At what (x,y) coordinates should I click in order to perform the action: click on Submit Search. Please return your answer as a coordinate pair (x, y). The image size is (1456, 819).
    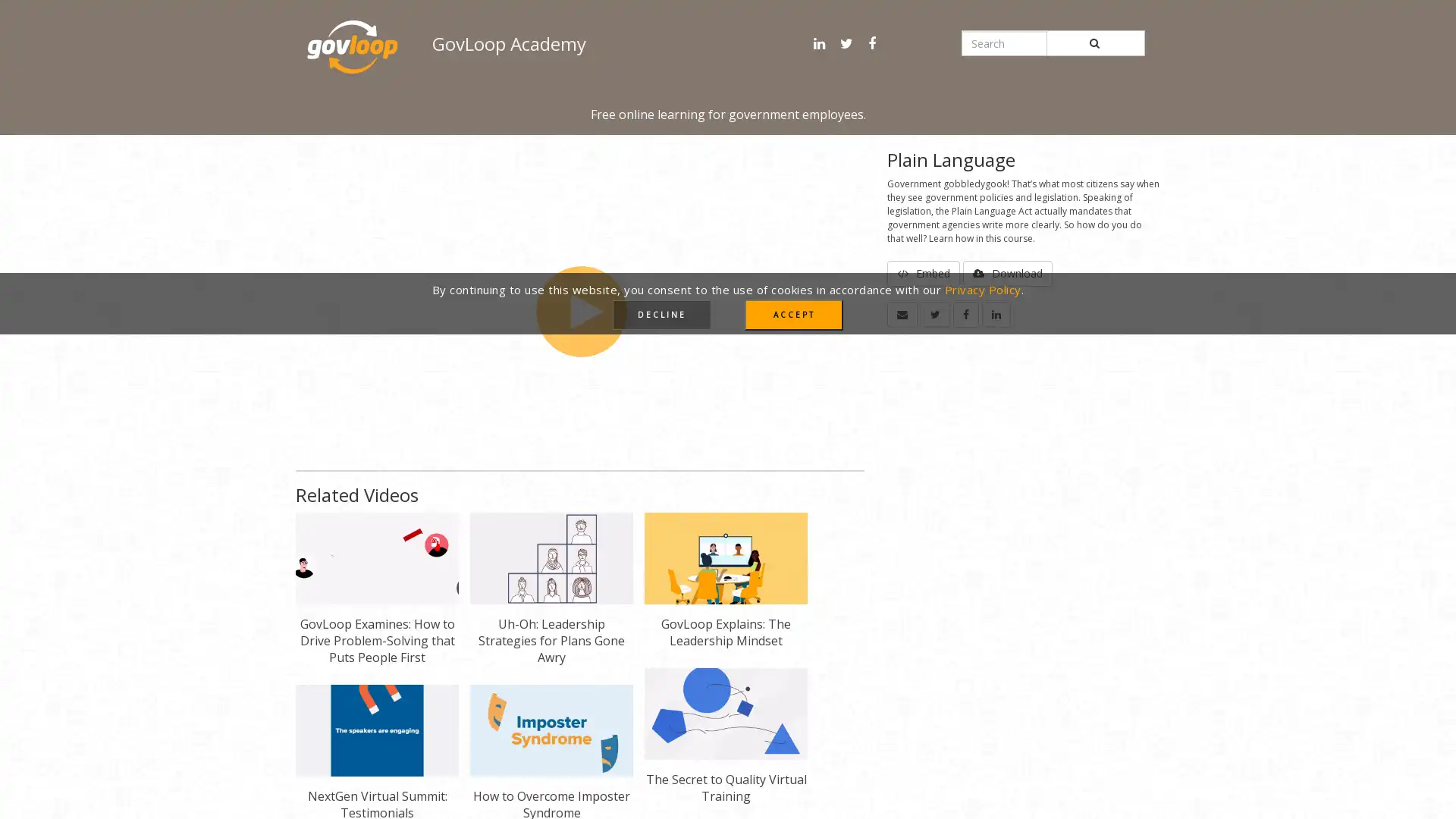
    Looking at the image, I should click on (1095, 42).